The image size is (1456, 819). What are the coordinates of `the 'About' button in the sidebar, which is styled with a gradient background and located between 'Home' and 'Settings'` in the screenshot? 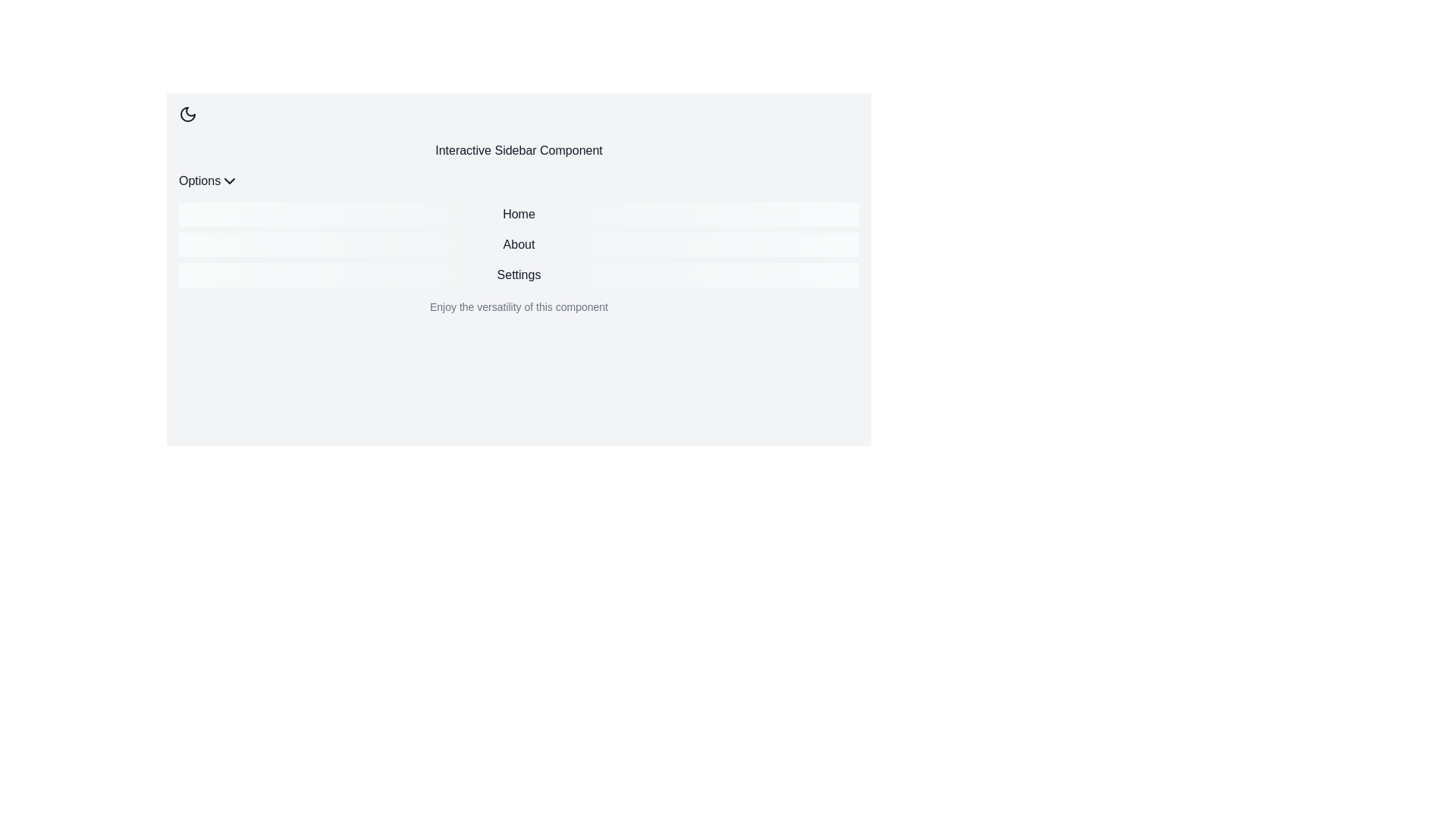 It's located at (519, 244).